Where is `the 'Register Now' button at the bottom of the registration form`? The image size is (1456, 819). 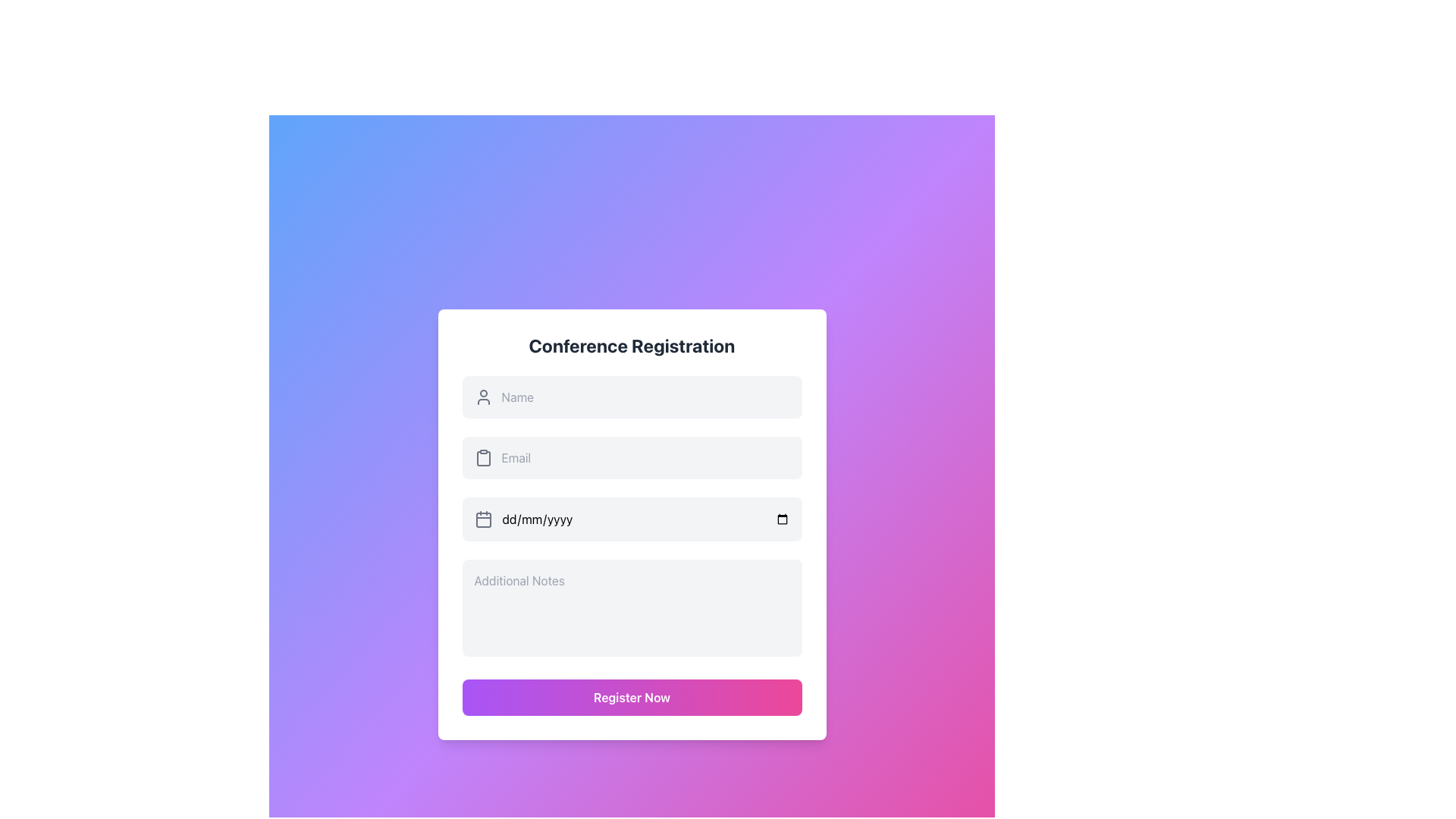 the 'Register Now' button at the bottom of the registration form is located at coordinates (632, 698).